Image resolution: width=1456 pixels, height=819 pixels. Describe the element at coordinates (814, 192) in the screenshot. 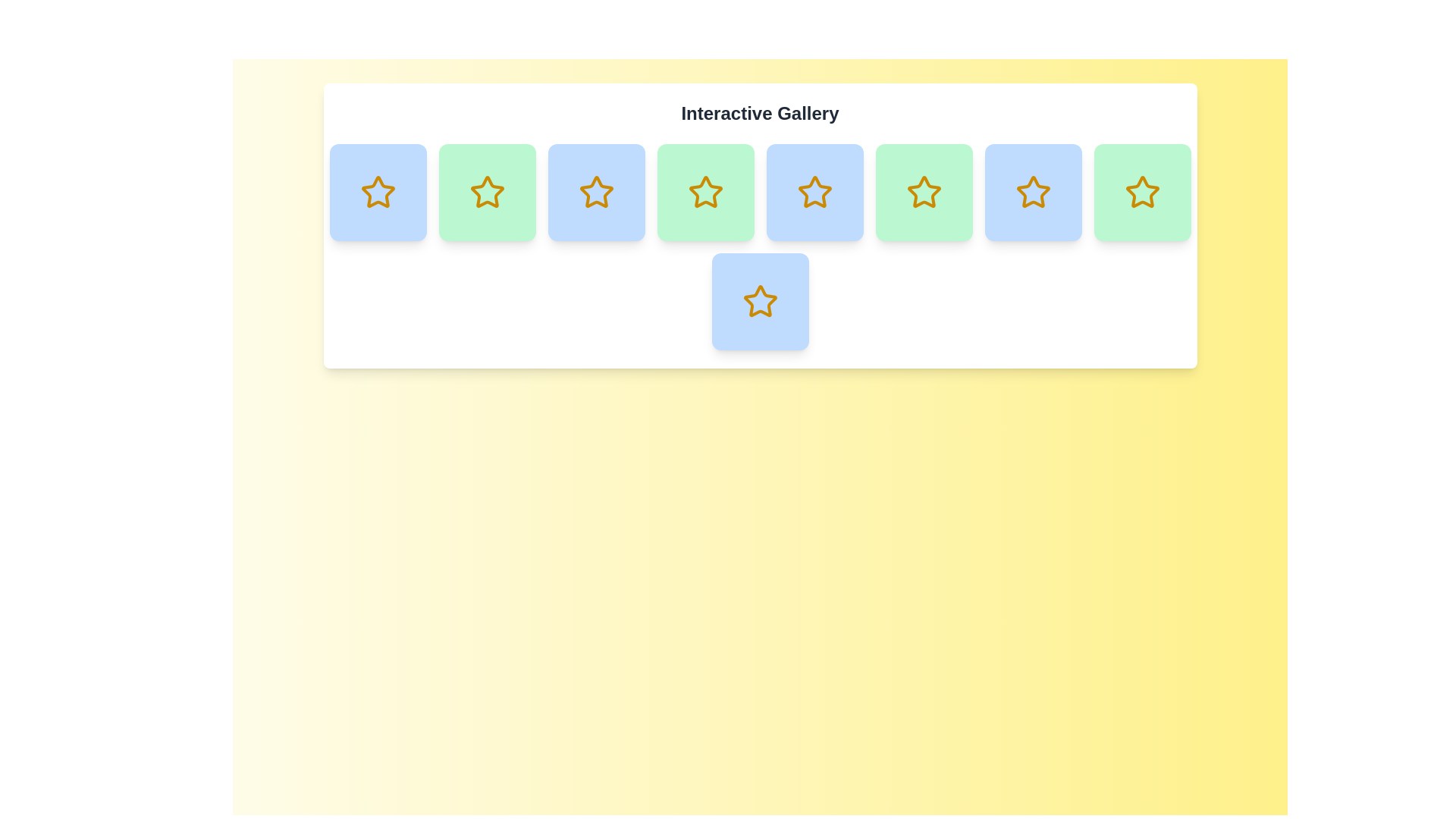

I see `the star icon with a gold outline, located within a rounded blue square in the Interactive Gallery, to interact with it` at that location.